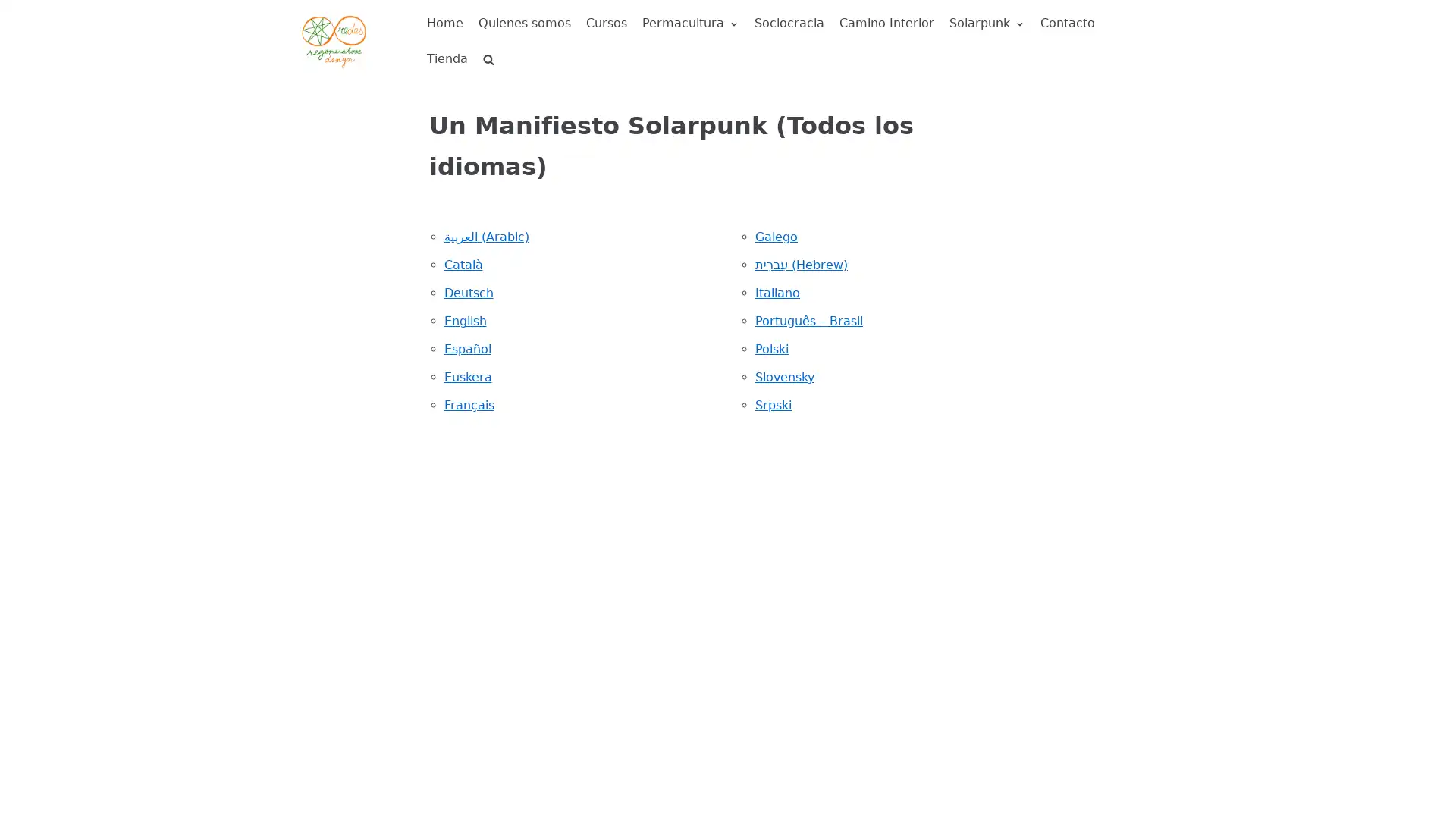 The height and width of the screenshot is (819, 1456). I want to click on Buscar, so click(461, 93).